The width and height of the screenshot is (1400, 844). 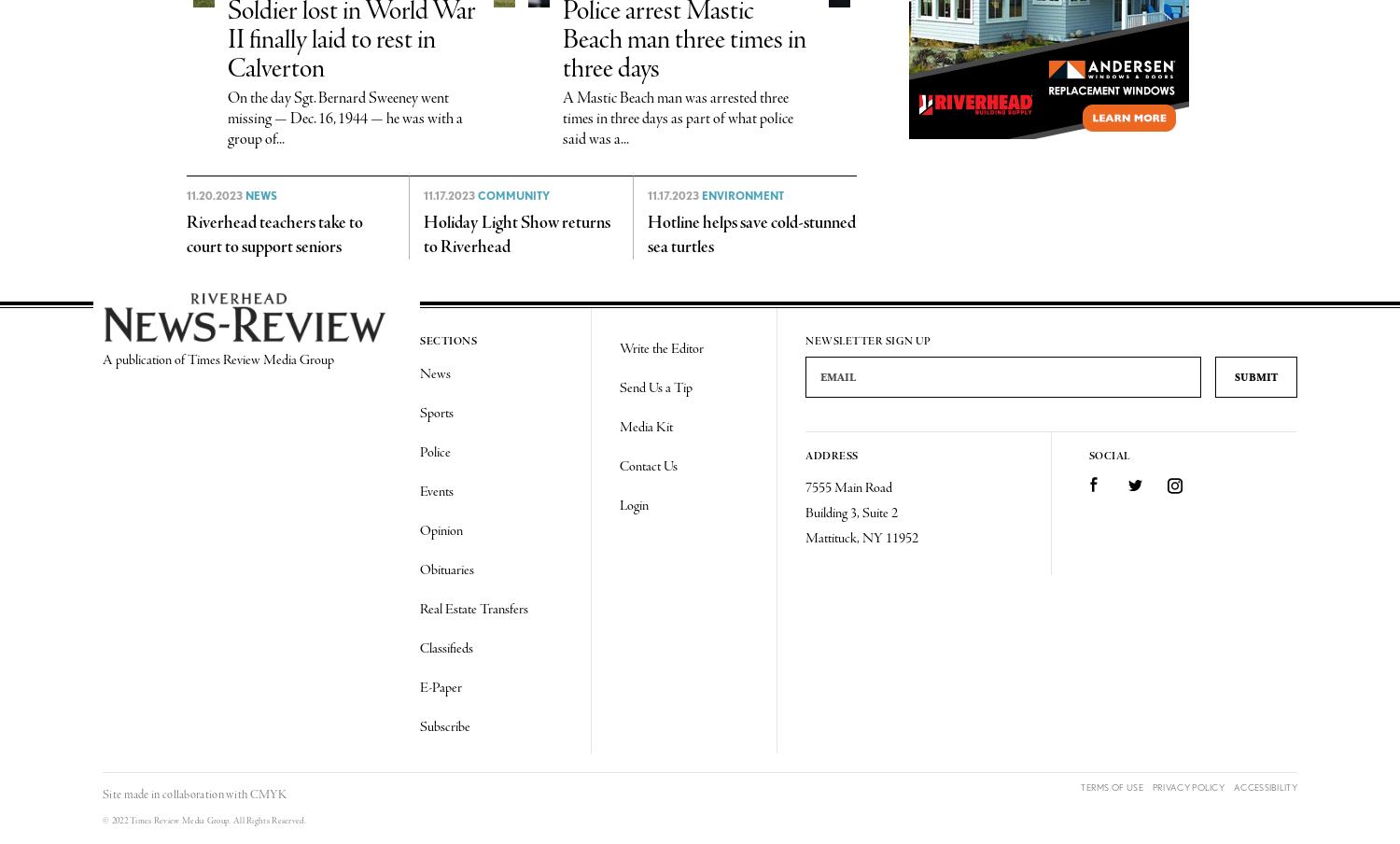 What do you see at coordinates (804, 538) in the screenshot?
I see `'Mattituck, NY 11952'` at bounding box center [804, 538].